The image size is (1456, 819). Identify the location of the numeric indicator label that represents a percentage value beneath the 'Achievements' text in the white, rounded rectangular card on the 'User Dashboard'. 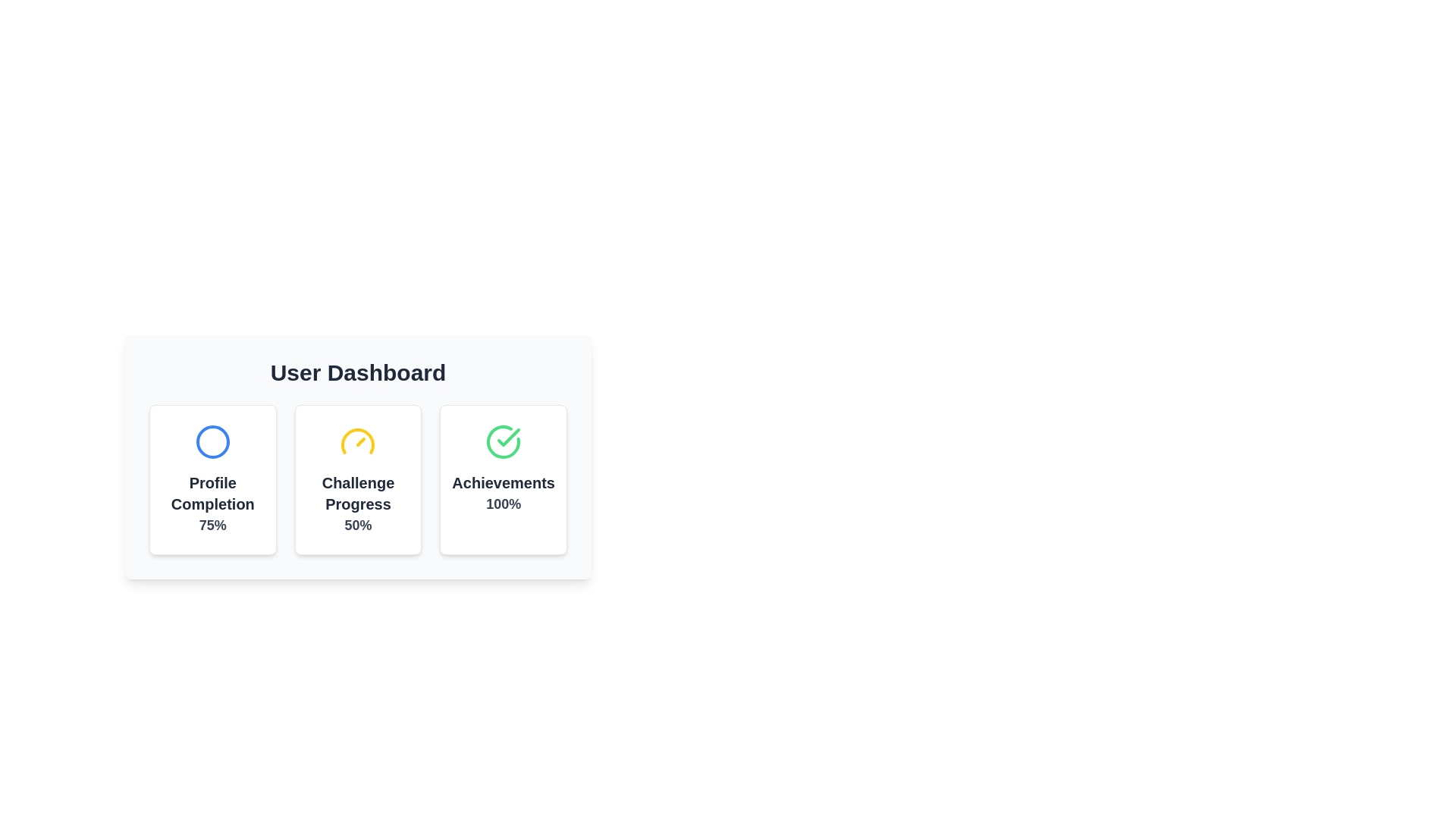
(504, 504).